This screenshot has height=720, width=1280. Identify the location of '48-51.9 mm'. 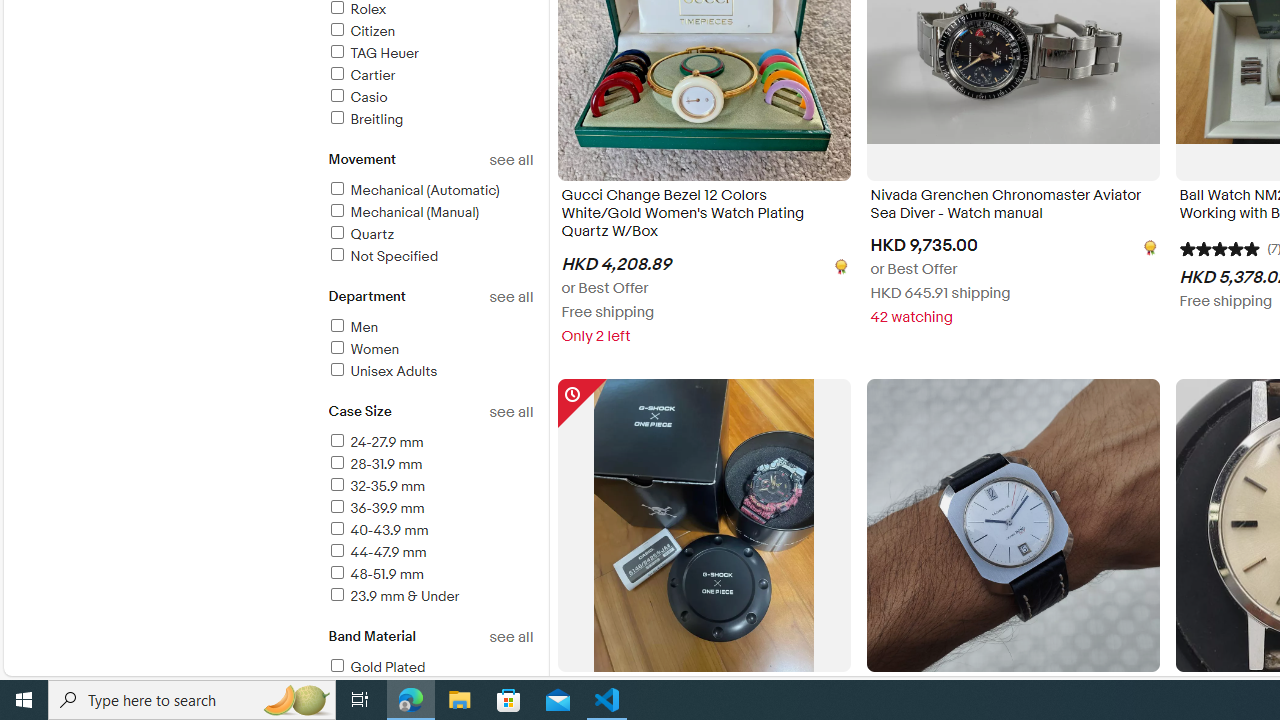
(375, 574).